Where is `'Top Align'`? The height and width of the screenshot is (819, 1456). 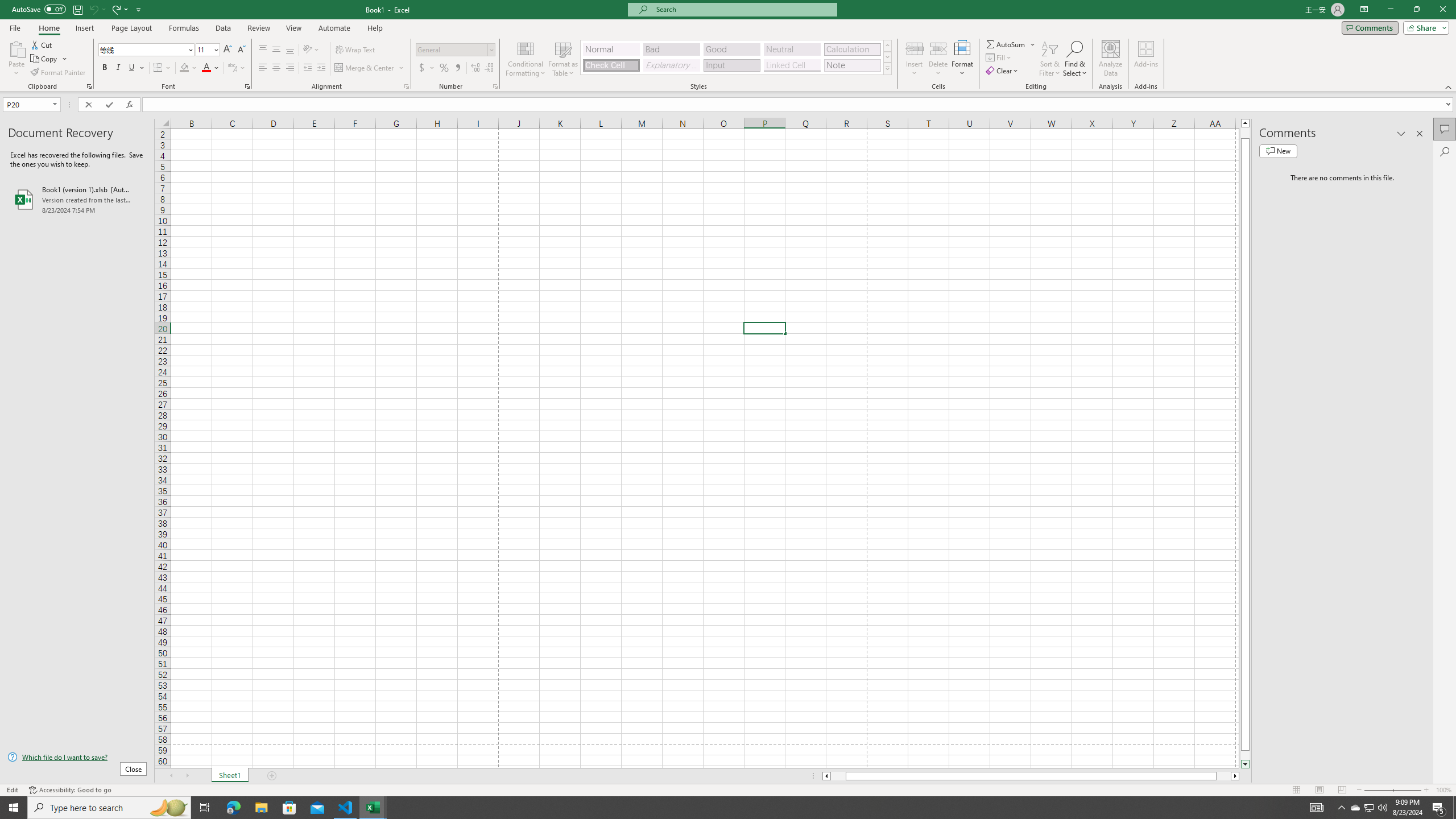 'Top Align' is located at coordinates (262, 49).